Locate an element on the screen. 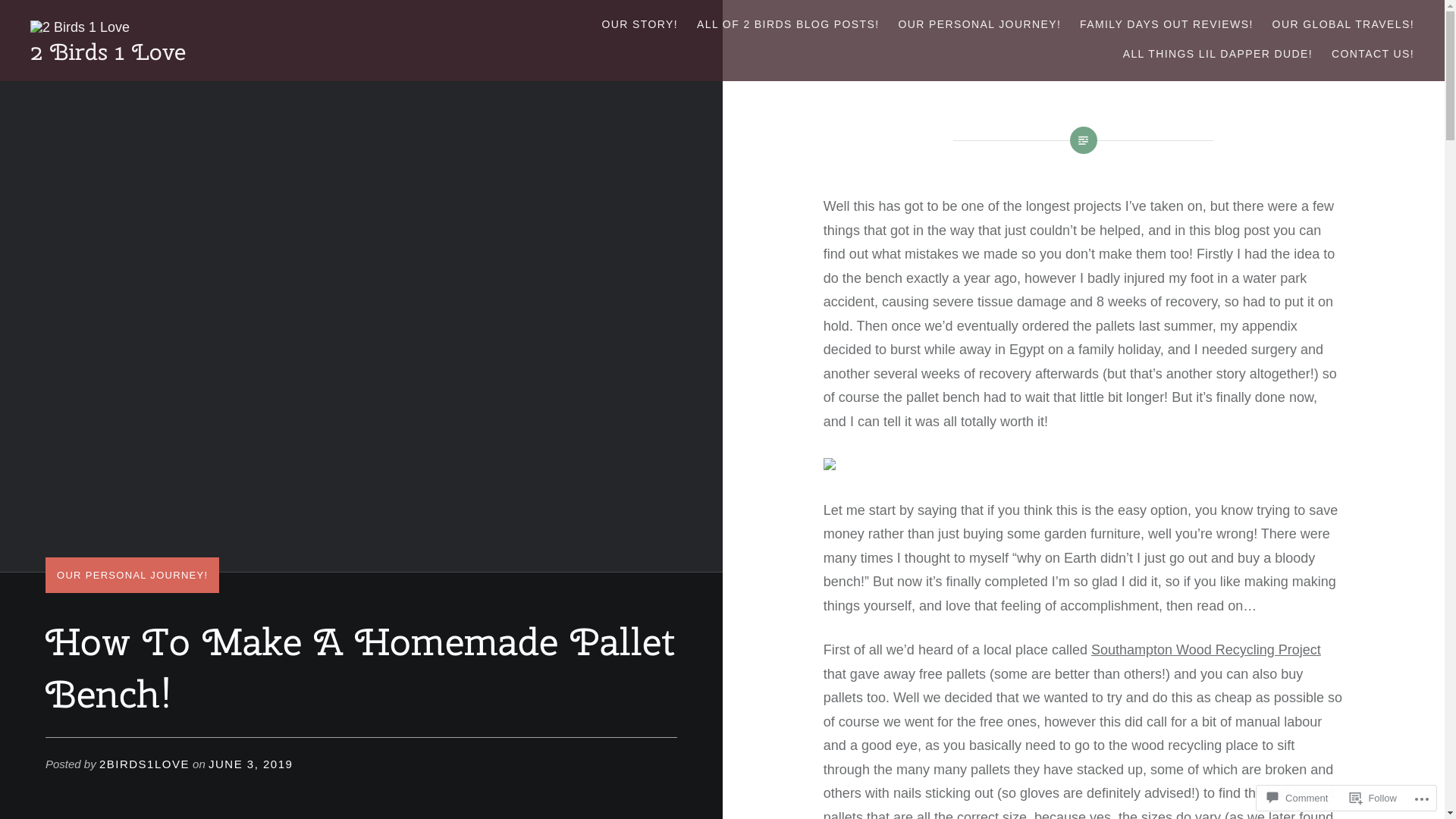  'OUR STORY!' is located at coordinates (639, 24).